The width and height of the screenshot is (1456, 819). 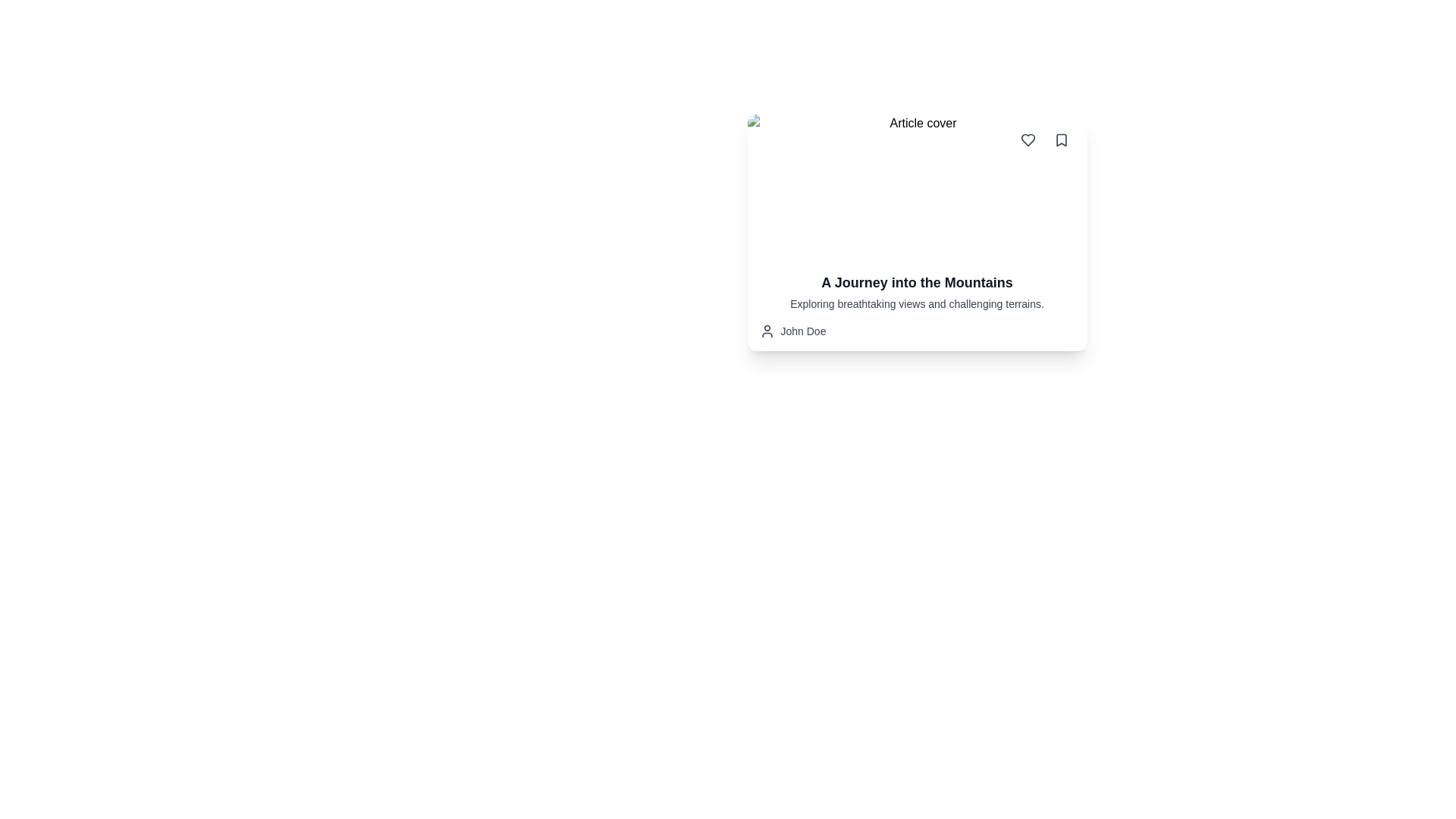 What do you see at coordinates (916, 304) in the screenshot?
I see `text element that displays 'Exploring breathtaking views and challenging terrains.' It is located beneath the title 'A Journey into the Mountains' and above user information 'John Doe.'` at bounding box center [916, 304].